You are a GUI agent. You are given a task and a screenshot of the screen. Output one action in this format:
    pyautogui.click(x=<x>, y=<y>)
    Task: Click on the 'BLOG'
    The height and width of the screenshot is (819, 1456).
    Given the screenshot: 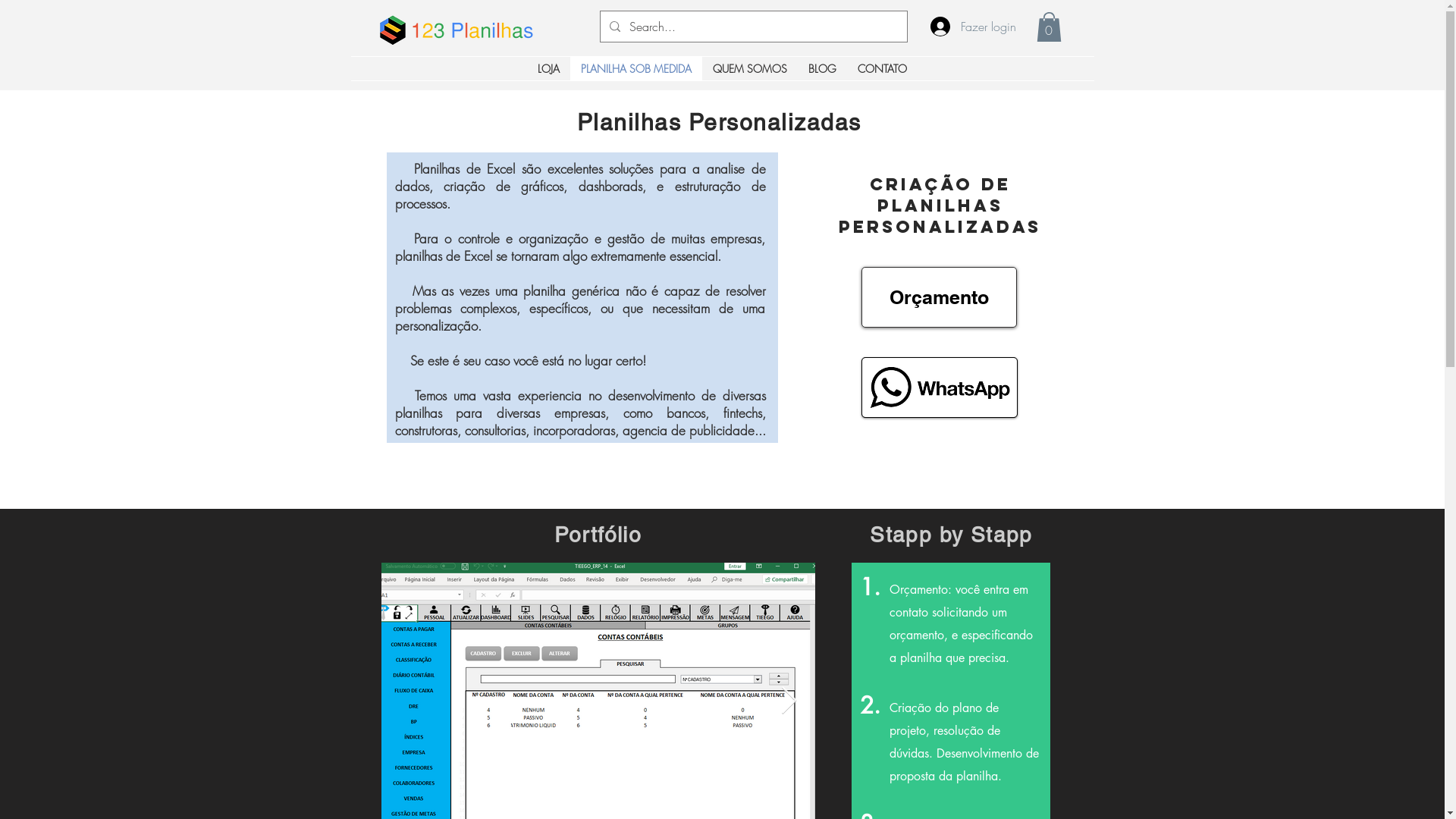 What is the action you would take?
    pyautogui.click(x=821, y=68)
    